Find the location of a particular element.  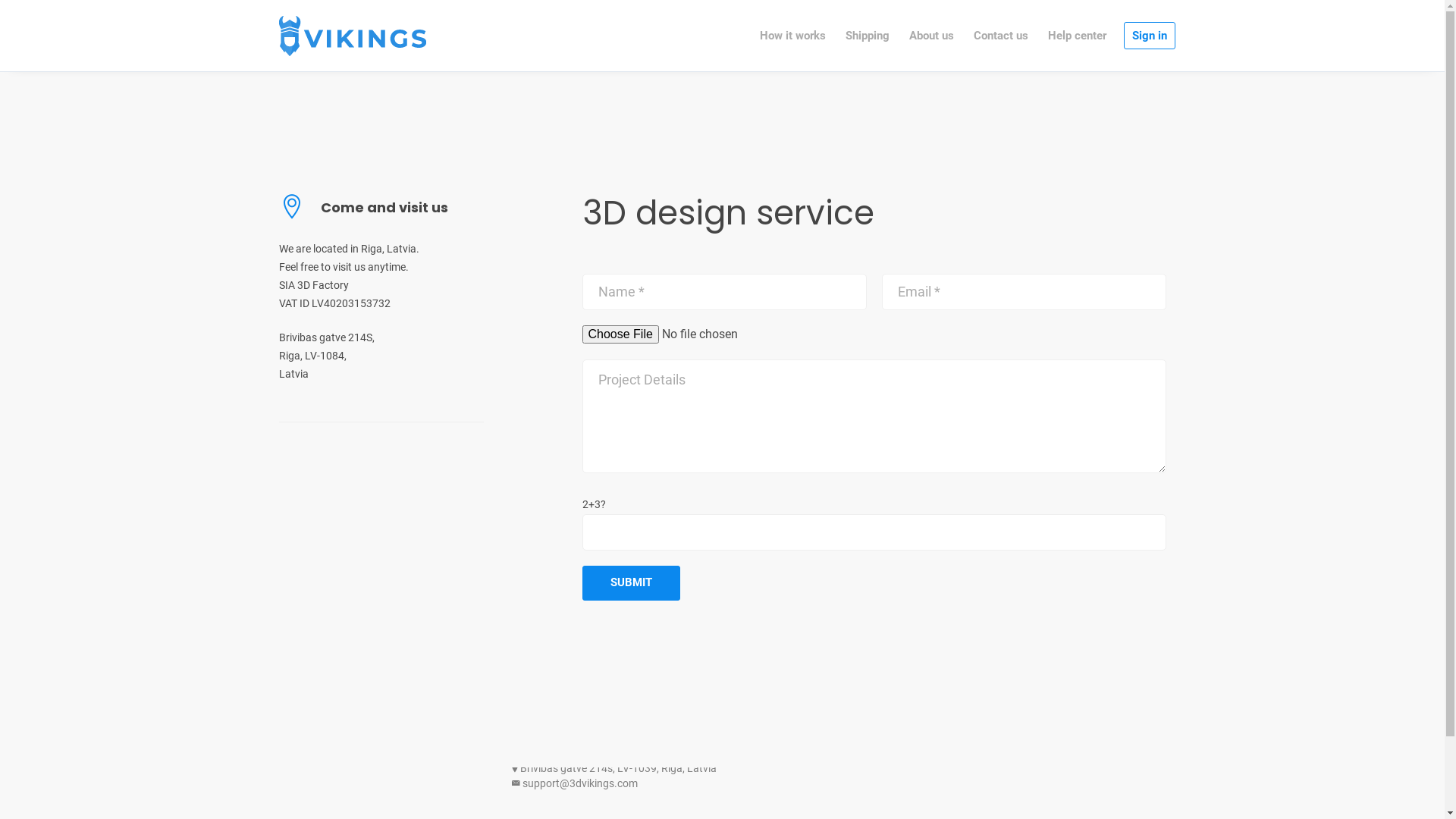

'Terms of Service' is located at coordinates (1116, 752).